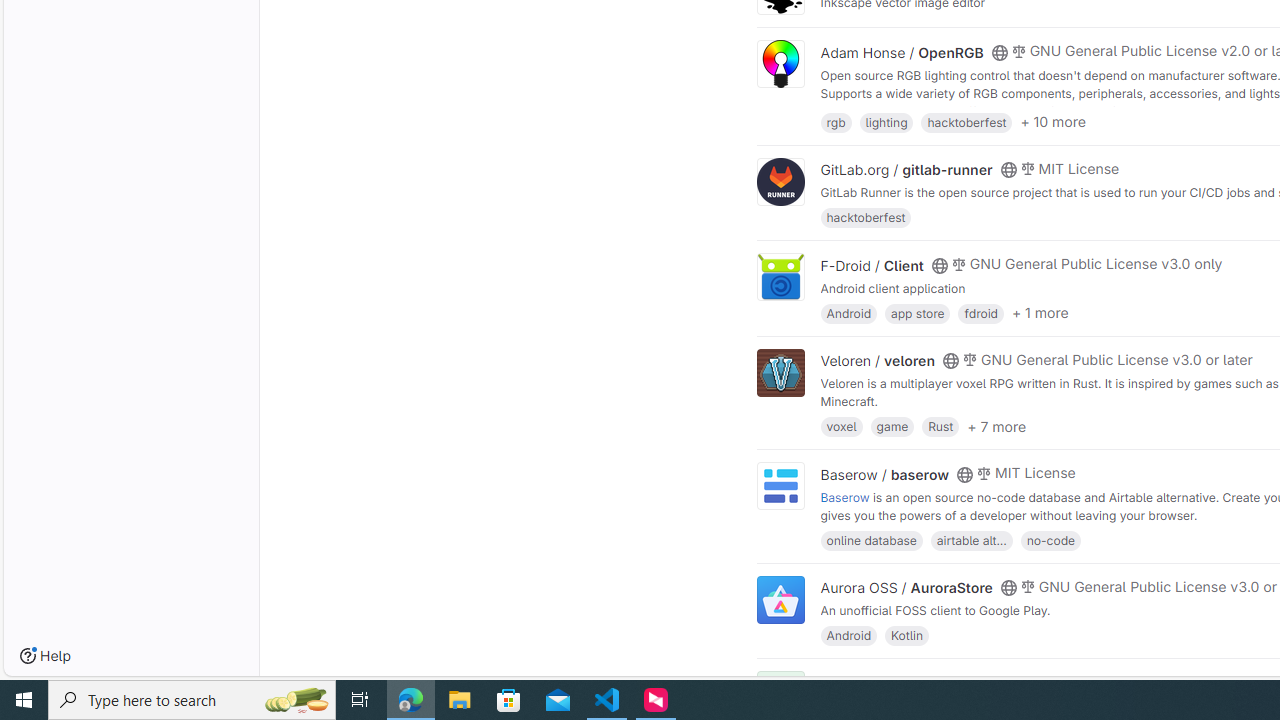 The image size is (1280, 720). What do you see at coordinates (885, 121) in the screenshot?
I see `'lighting'` at bounding box center [885, 121].